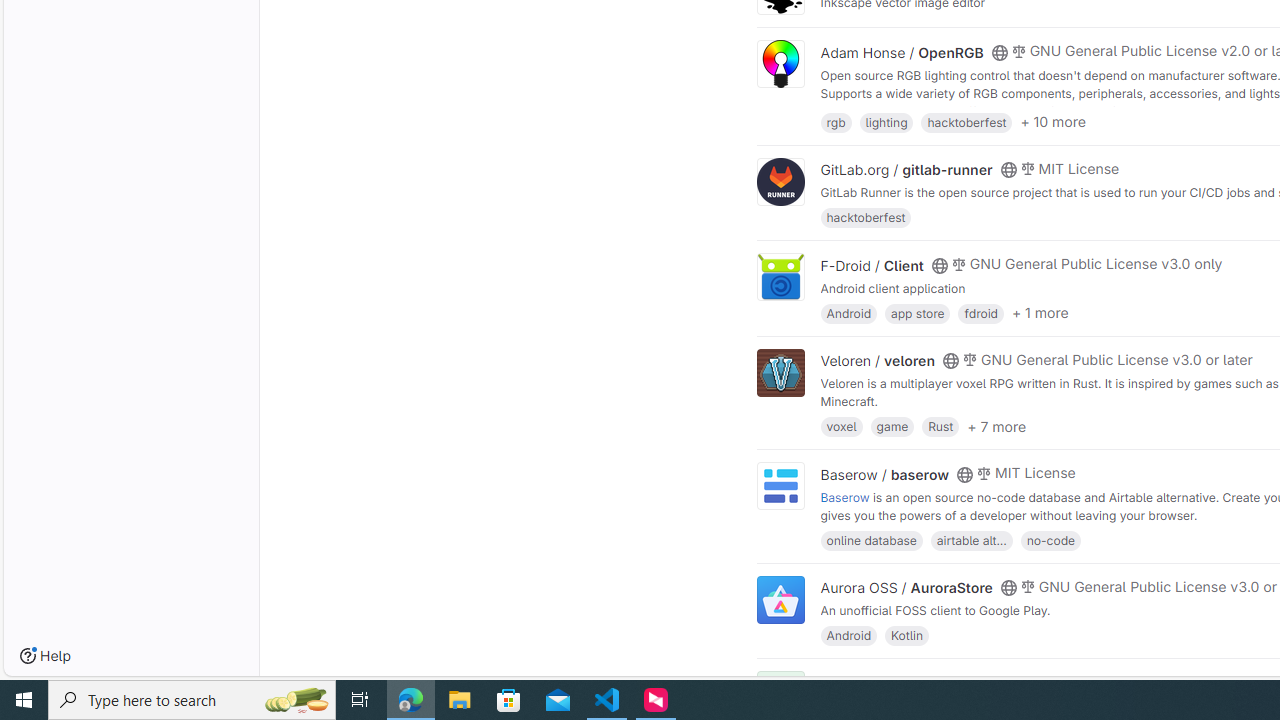 The image size is (1280, 720). What do you see at coordinates (885, 121) in the screenshot?
I see `'lighting'` at bounding box center [885, 121].